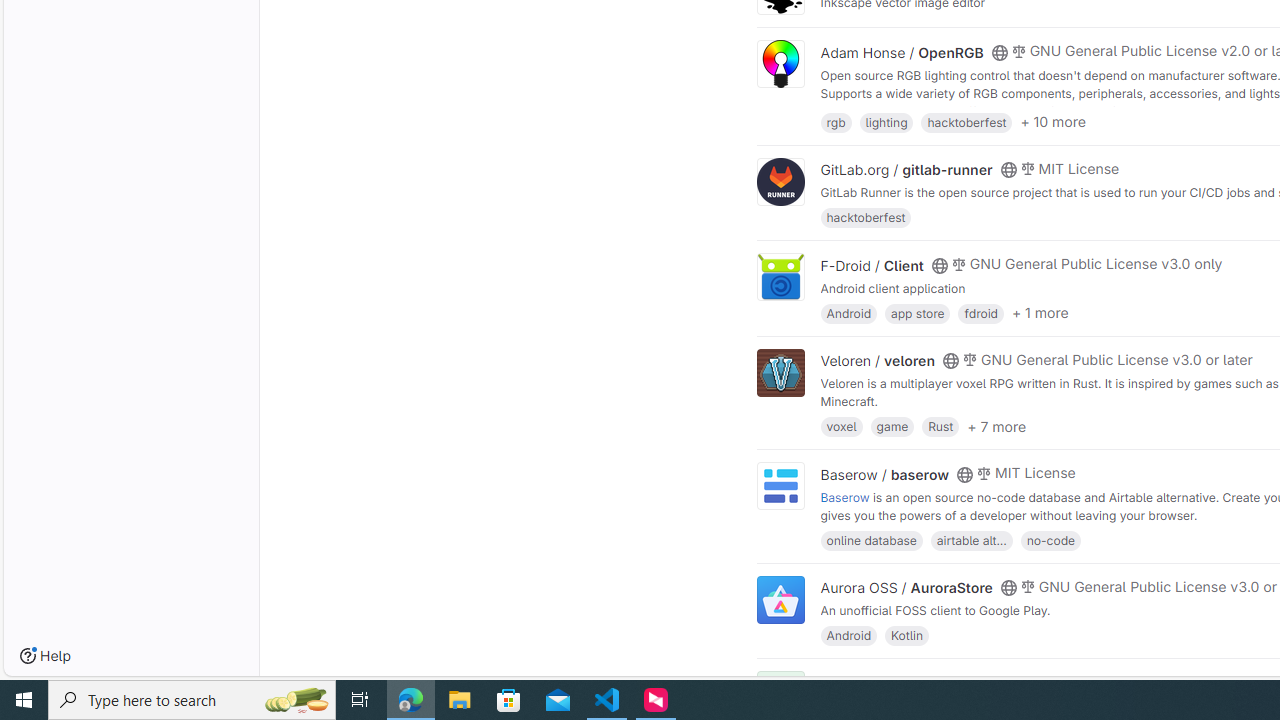 The image size is (1280, 720). What do you see at coordinates (885, 121) in the screenshot?
I see `'lighting'` at bounding box center [885, 121].